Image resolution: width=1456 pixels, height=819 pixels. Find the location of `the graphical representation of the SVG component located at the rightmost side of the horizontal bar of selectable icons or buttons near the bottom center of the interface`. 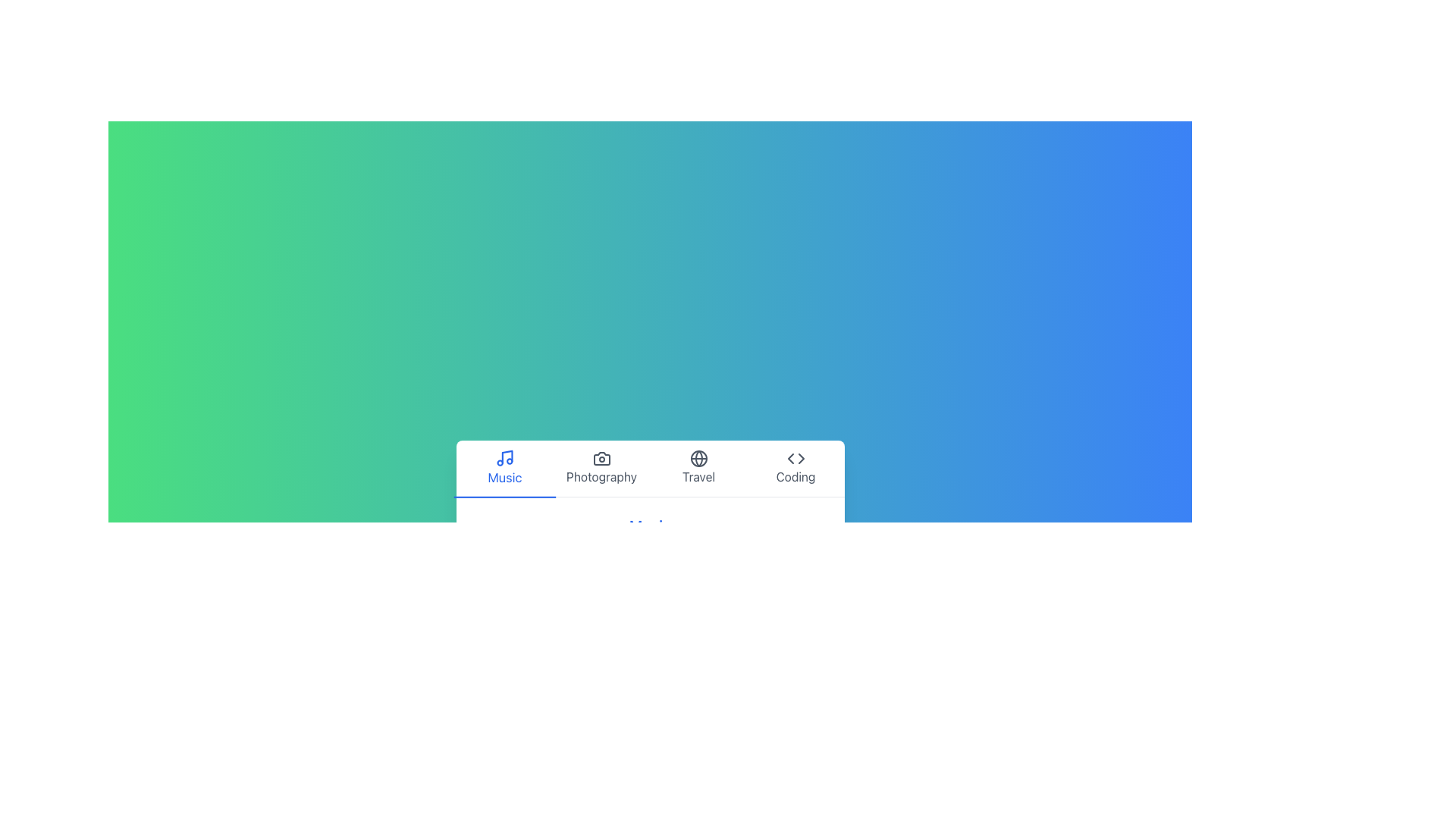

the graphical representation of the SVG component located at the rightmost side of the horizontal bar of selectable icons or buttons near the bottom center of the interface is located at coordinates (800, 457).